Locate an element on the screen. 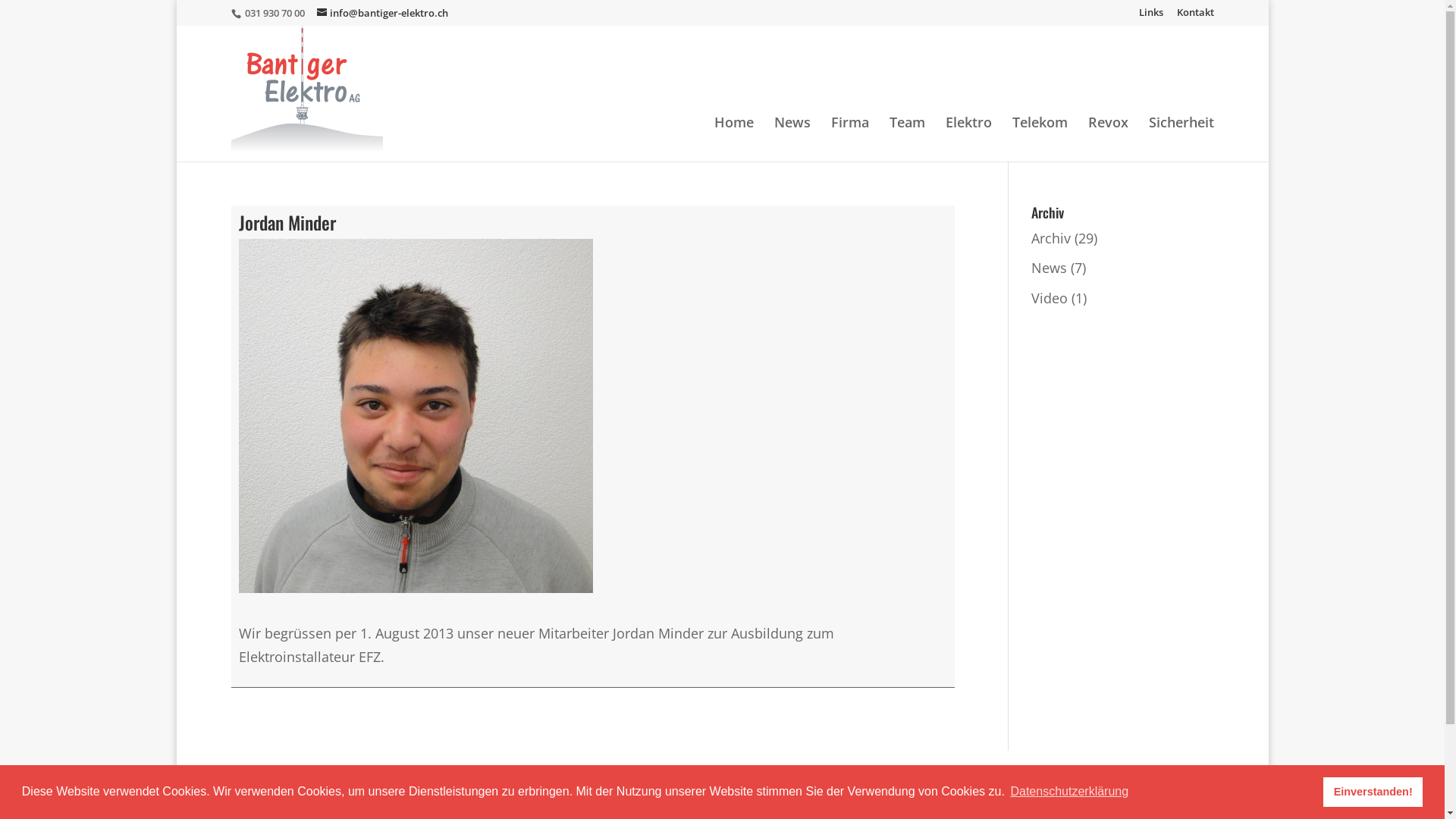 The width and height of the screenshot is (1456, 819). 'Firma' is located at coordinates (850, 139).